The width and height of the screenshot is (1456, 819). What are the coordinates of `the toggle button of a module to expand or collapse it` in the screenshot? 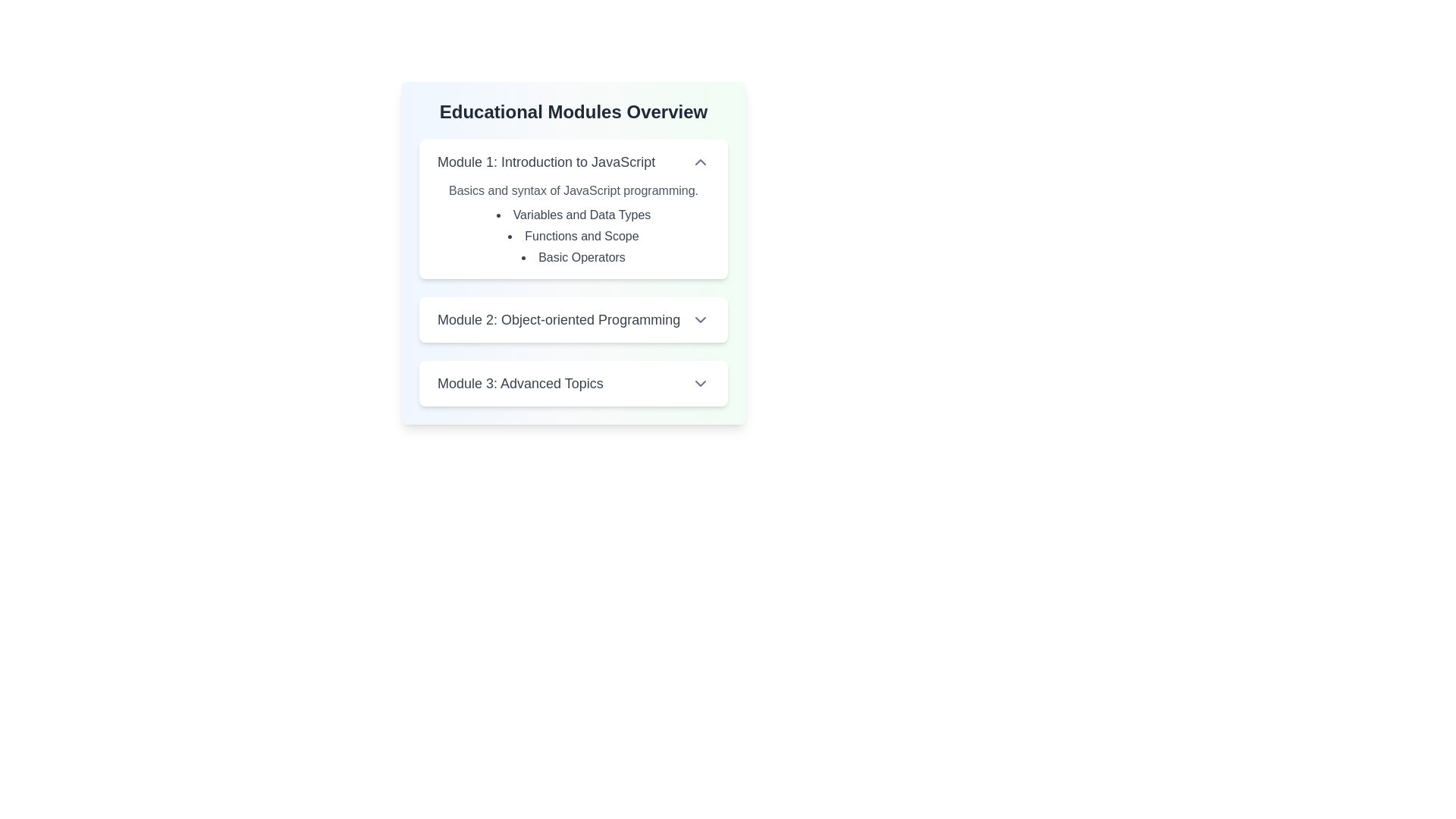 It's located at (700, 162).